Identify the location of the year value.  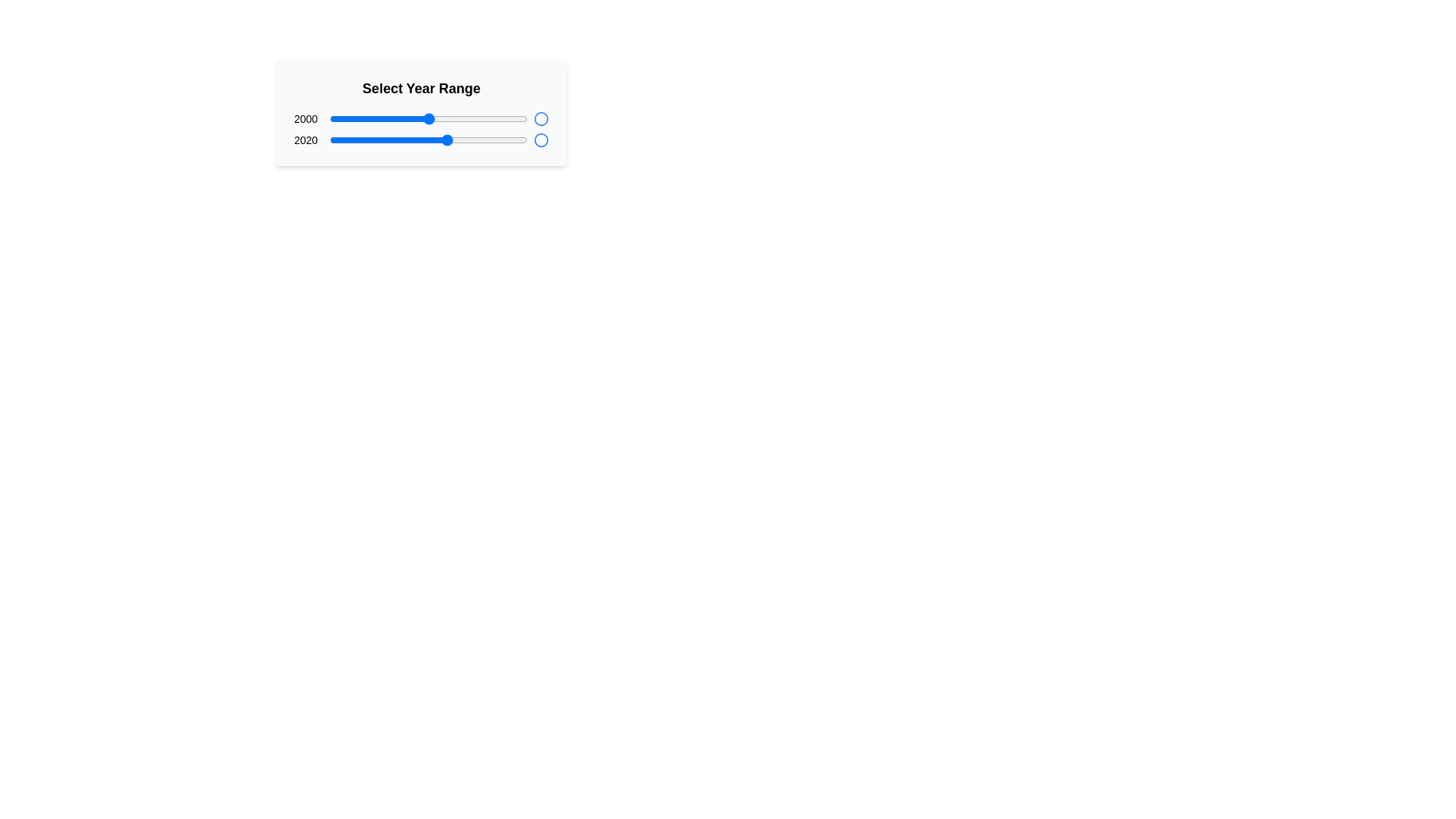
(411, 140).